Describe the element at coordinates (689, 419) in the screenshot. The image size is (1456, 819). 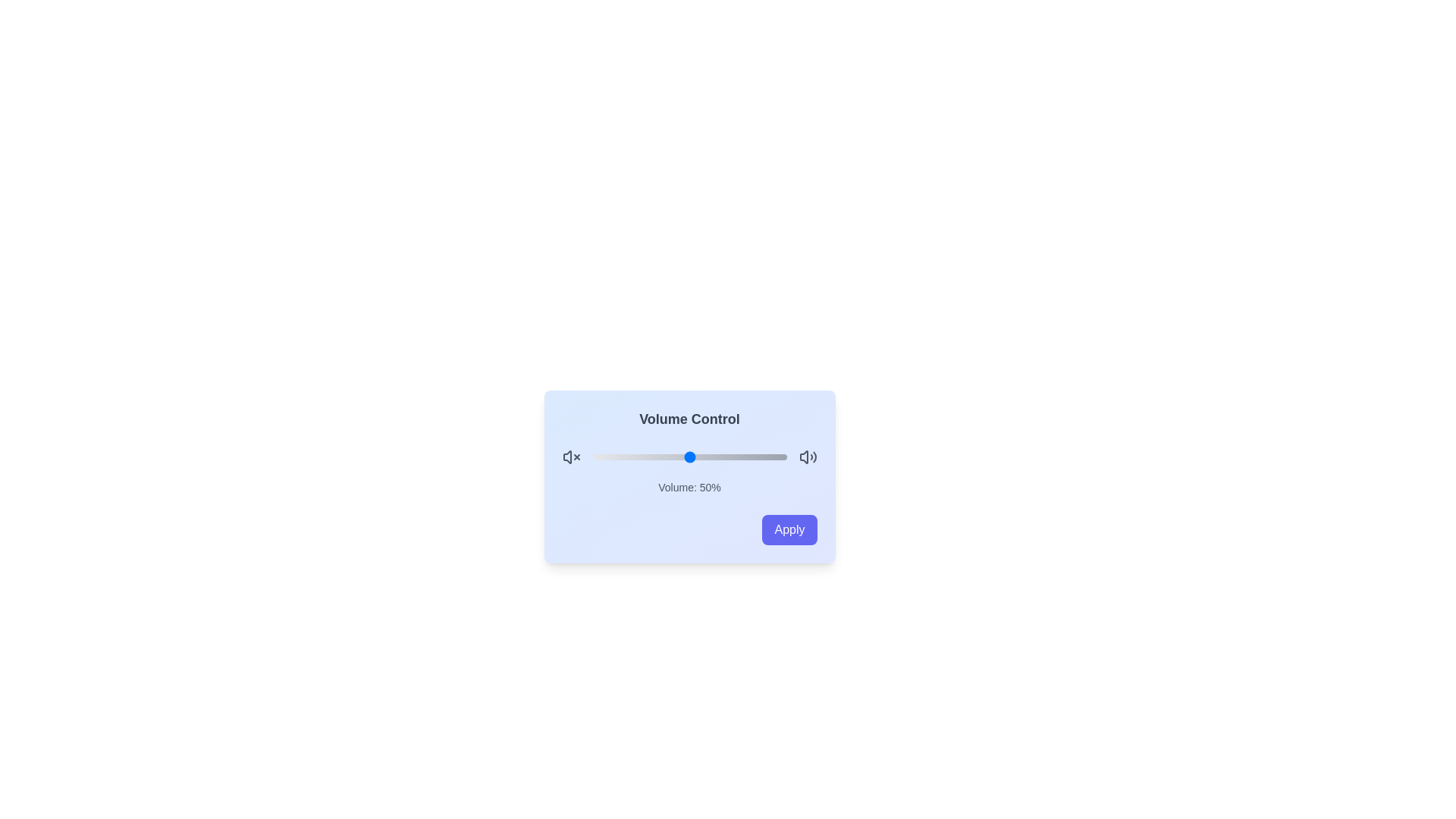
I see `the 'Volume Control' text title` at that location.